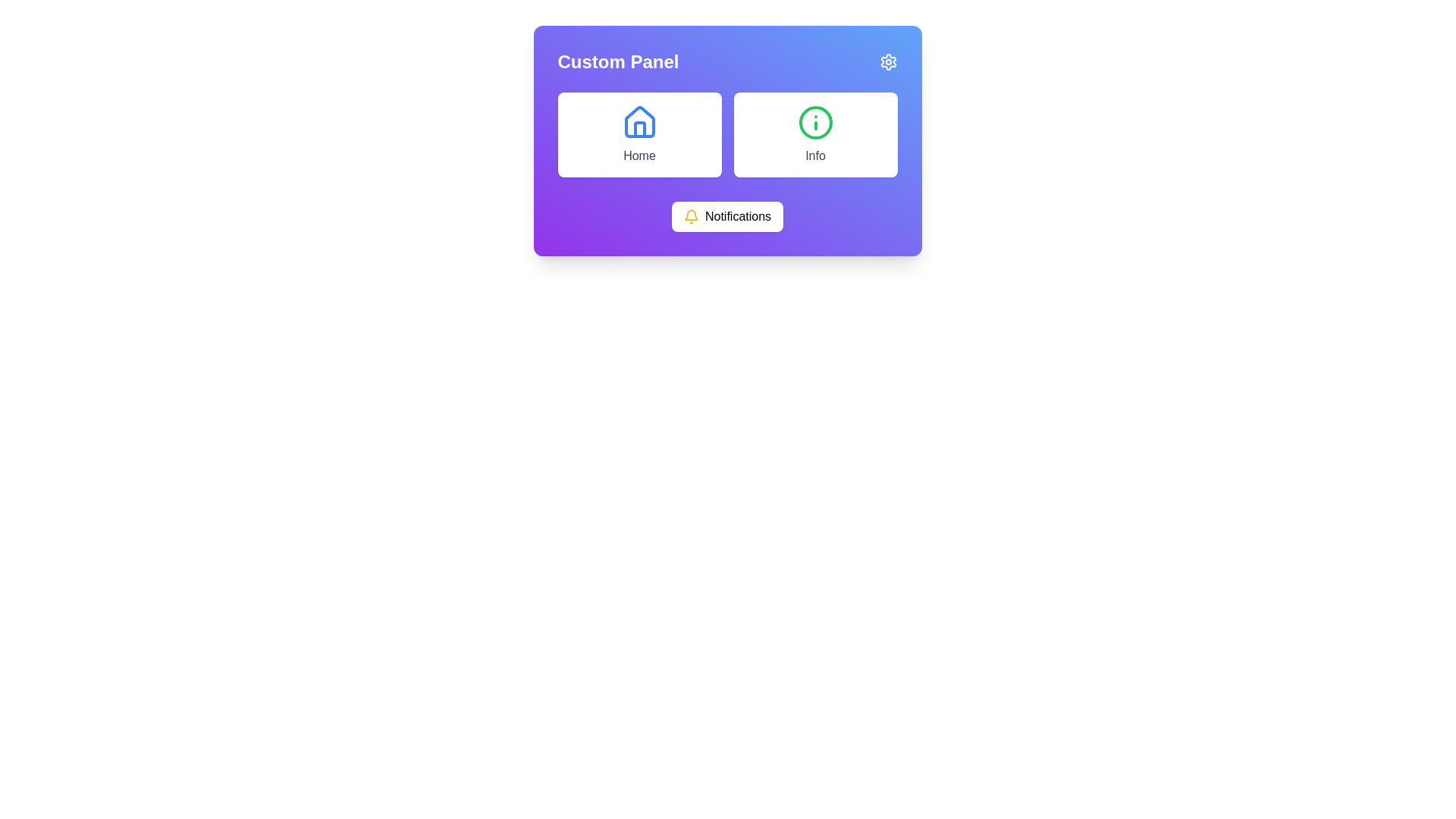 This screenshot has height=819, width=1456. I want to click on the blue house-shaped icon located above the 'Home' text within a white rectangular card on the left side of the panel, so click(639, 122).